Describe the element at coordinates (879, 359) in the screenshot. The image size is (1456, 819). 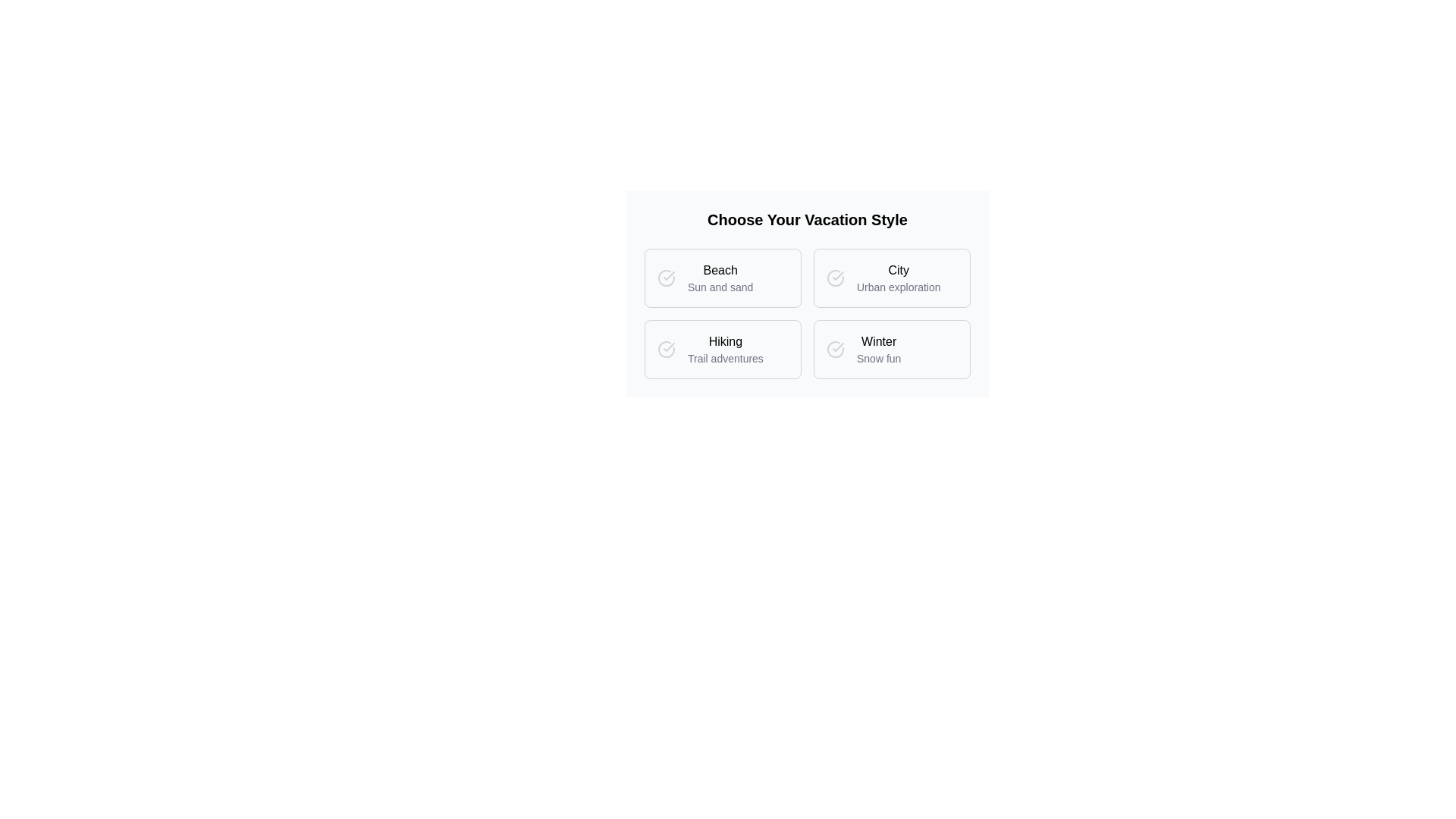
I see `text from the label element displaying 'Snow fun', which is styled in gray and positioned beneath the 'Winter' text within the vacation style selector section` at that location.